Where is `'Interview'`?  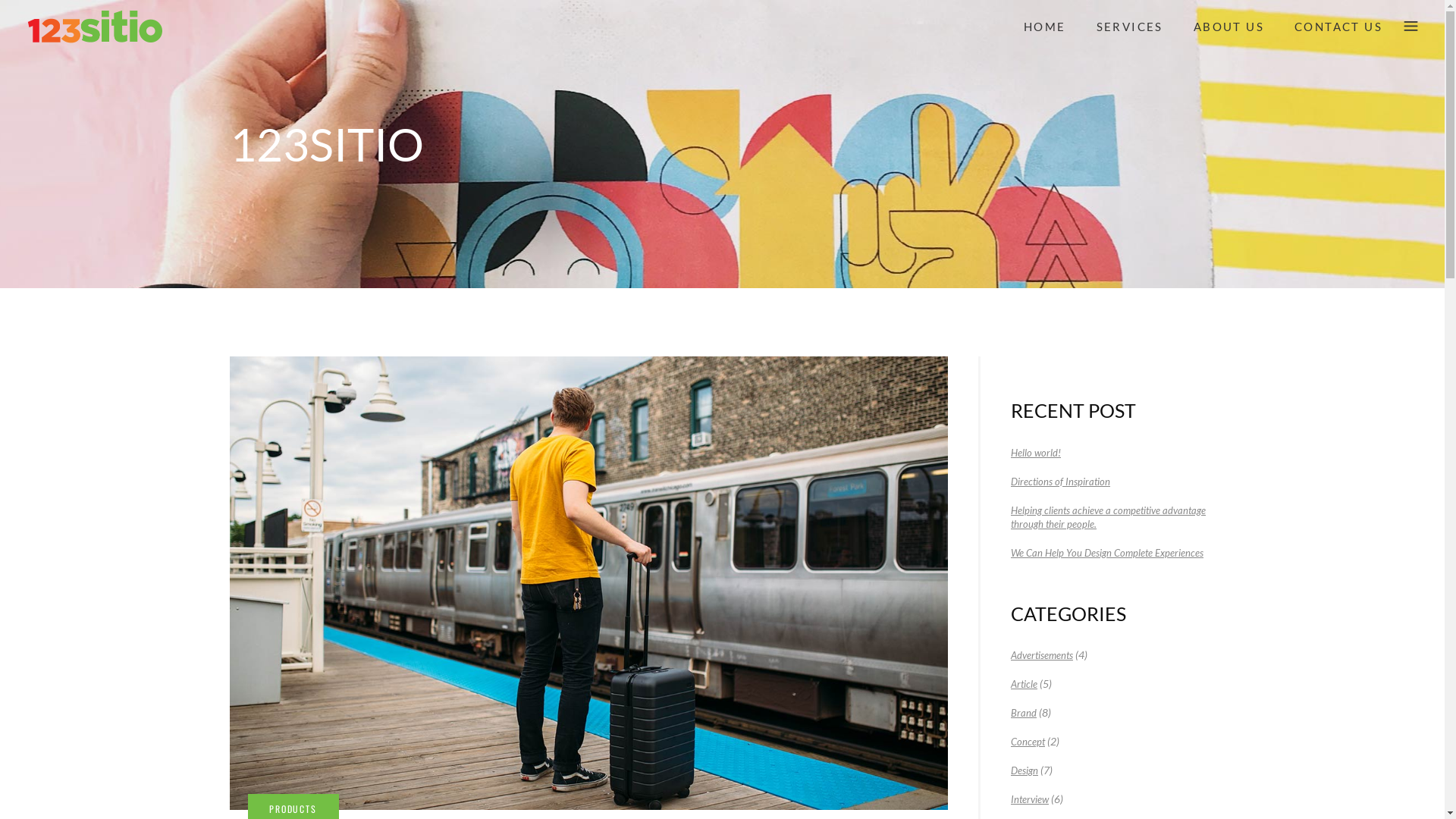
'Interview' is located at coordinates (1030, 798).